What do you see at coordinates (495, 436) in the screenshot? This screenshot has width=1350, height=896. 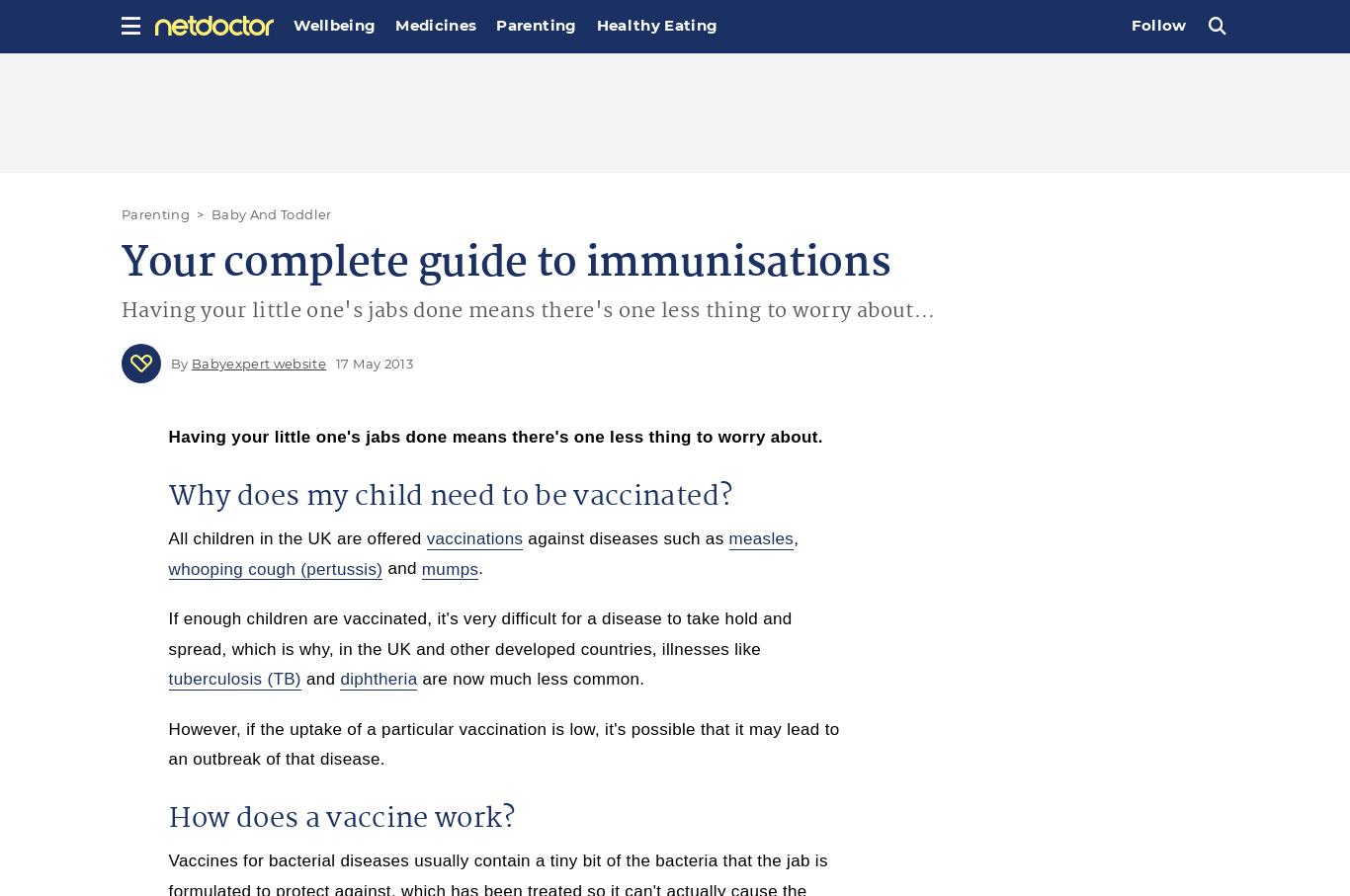 I see `'Having your little one's jabs done means there's one less thing to worry about.'` at bounding box center [495, 436].